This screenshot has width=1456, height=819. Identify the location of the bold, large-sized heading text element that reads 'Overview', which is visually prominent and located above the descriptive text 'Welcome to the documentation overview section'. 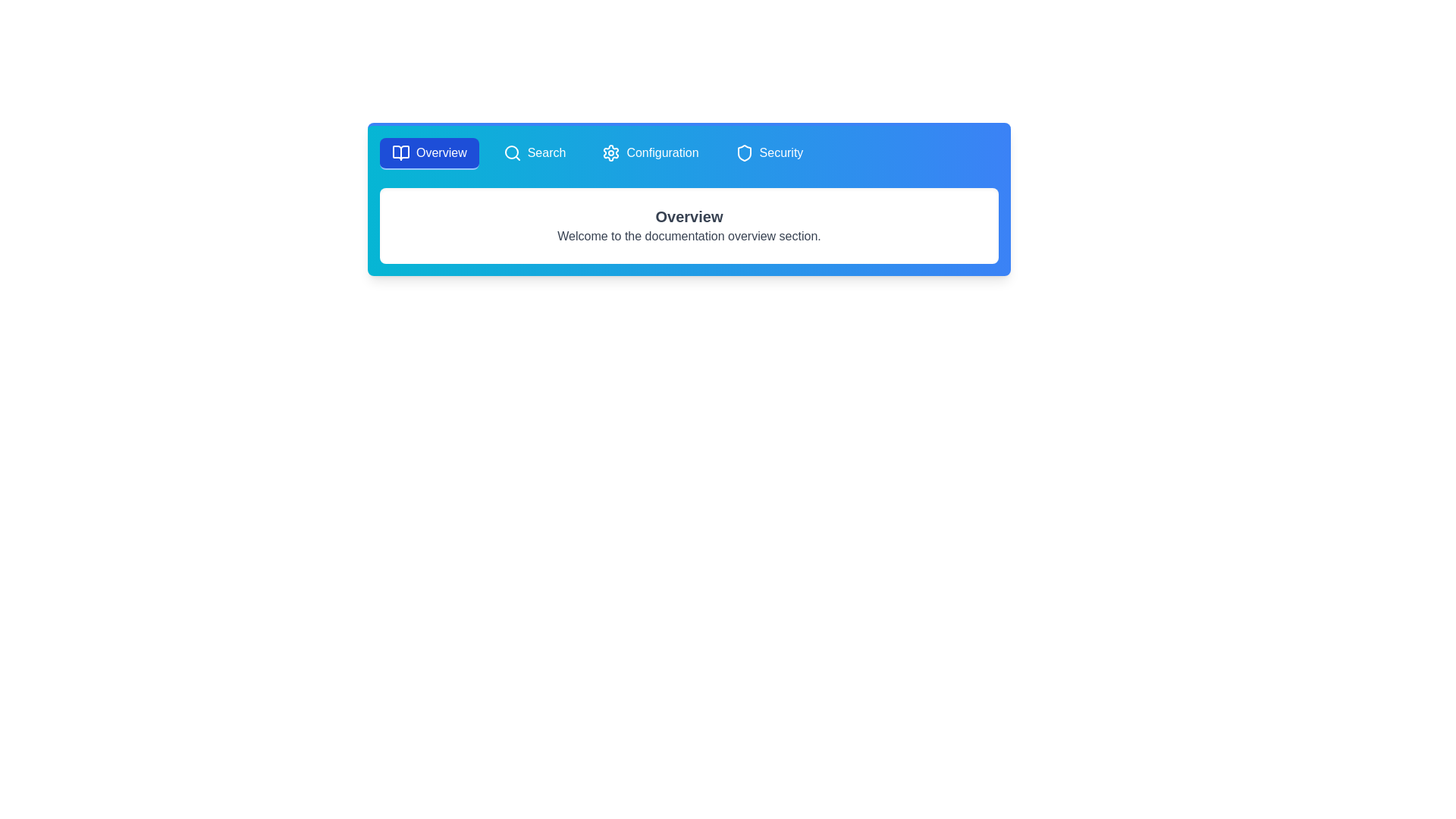
(688, 216).